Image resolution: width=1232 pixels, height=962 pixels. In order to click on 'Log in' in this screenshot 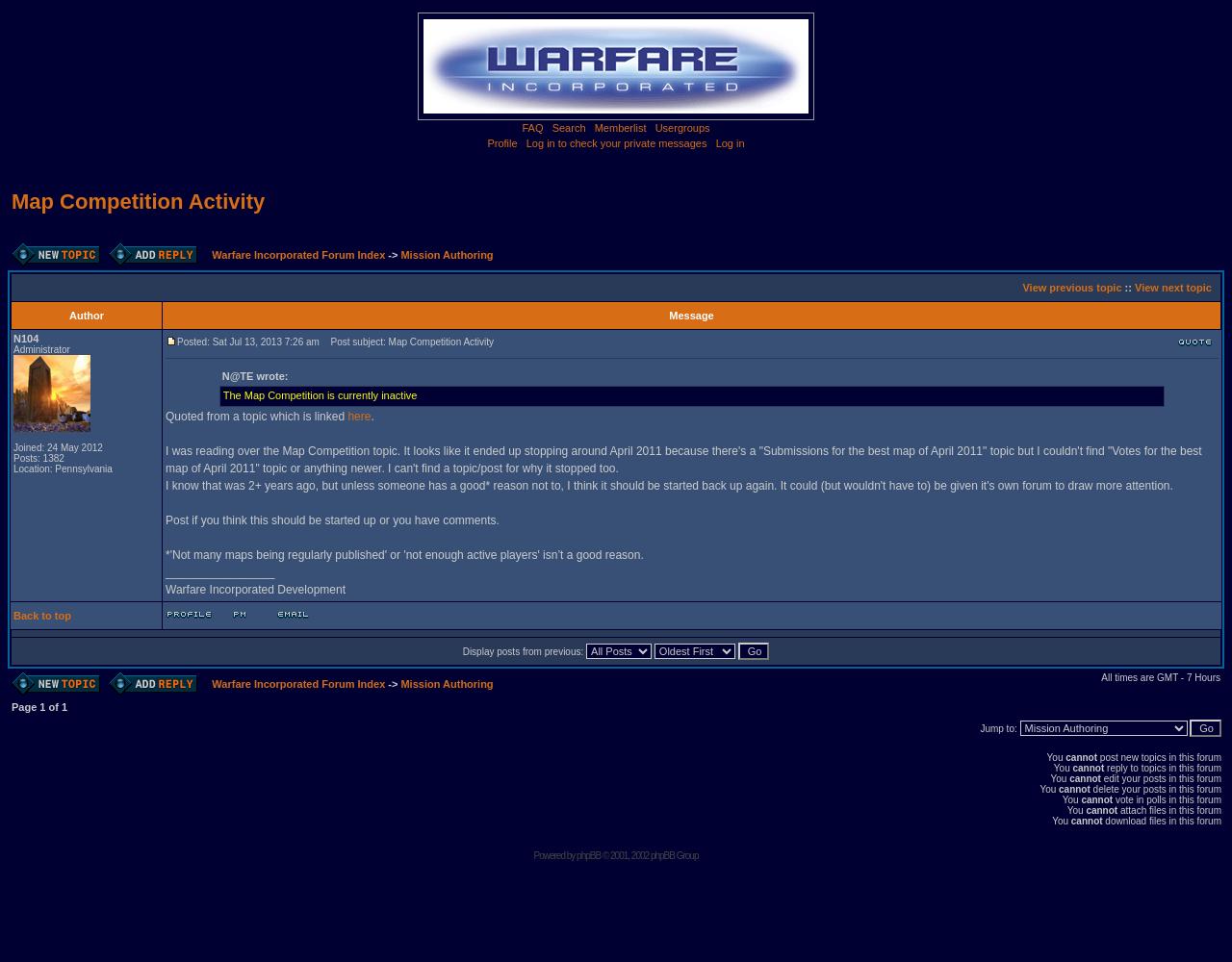, I will do `click(729, 143)`.